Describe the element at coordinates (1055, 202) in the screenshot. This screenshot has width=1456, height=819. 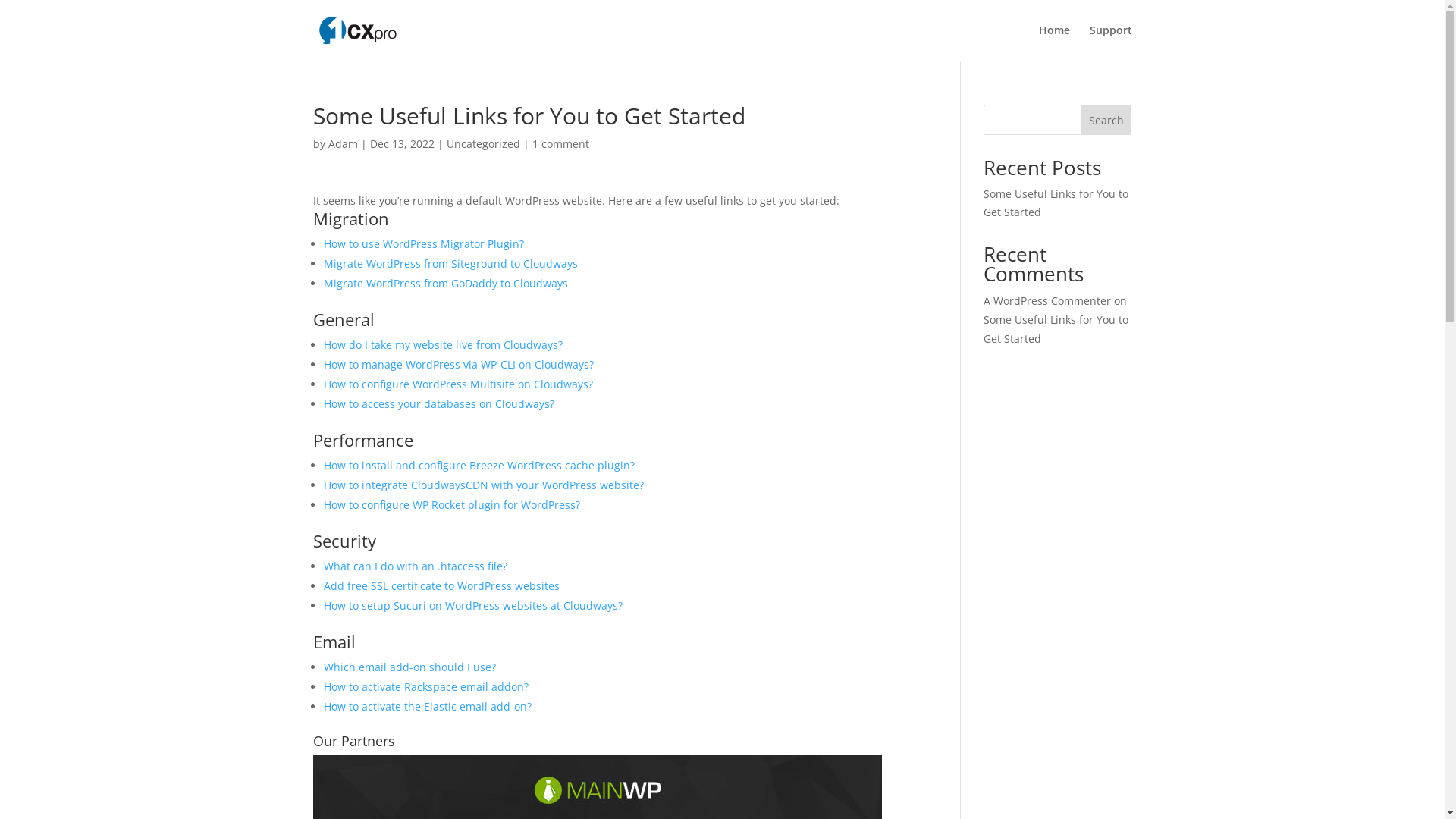
I see `'Some Useful Links for You to Get Started'` at that location.